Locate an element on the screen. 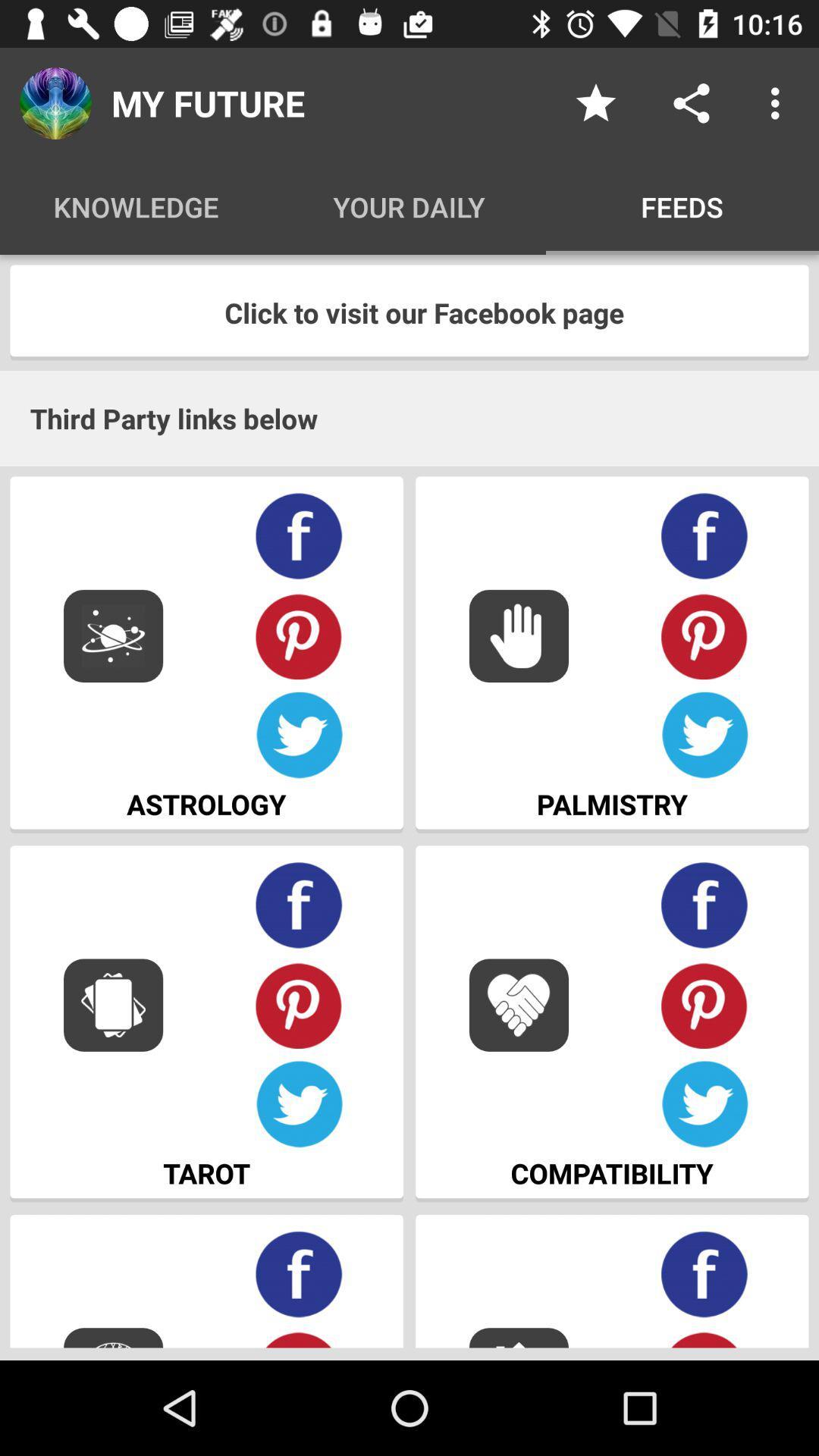 The width and height of the screenshot is (819, 1456). the item above third party links item is located at coordinates (409, 312).